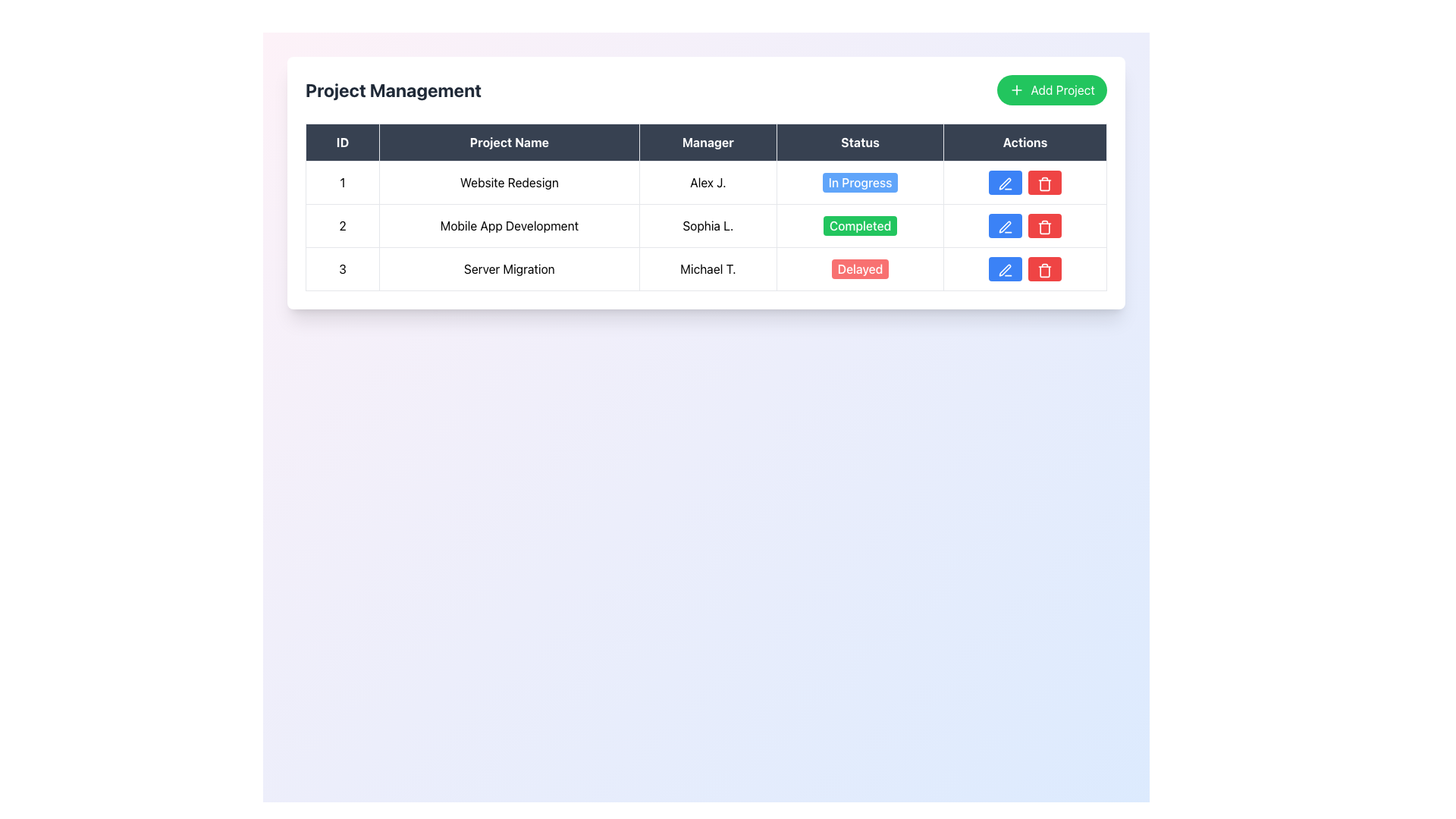 Image resolution: width=1456 pixels, height=819 pixels. What do you see at coordinates (1006, 227) in the screenshot?
I see `the pen icon inside the blue button in the 'Actions' column of the table` at bounding box center [1006, 227].